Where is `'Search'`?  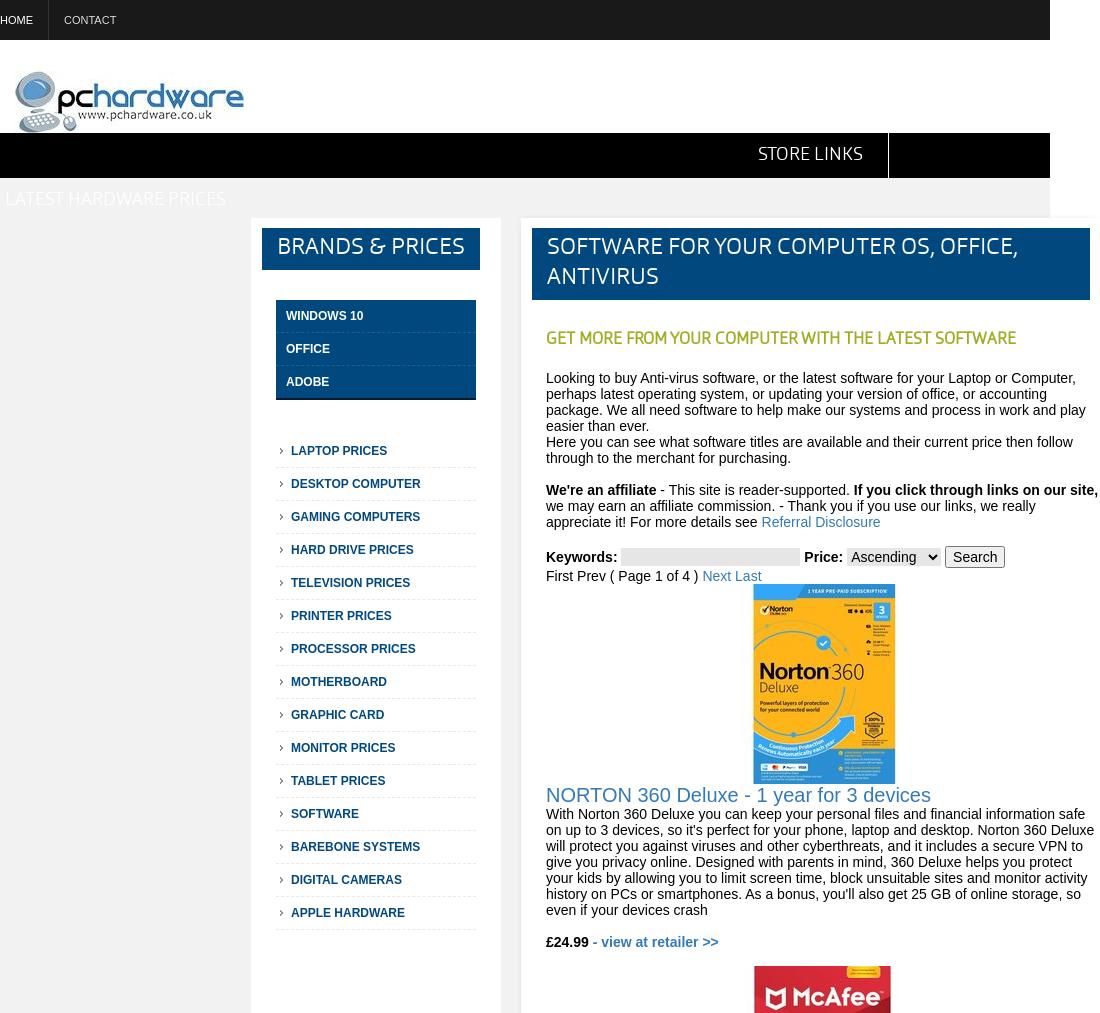 'Search' is located at coordinates (974, 557).